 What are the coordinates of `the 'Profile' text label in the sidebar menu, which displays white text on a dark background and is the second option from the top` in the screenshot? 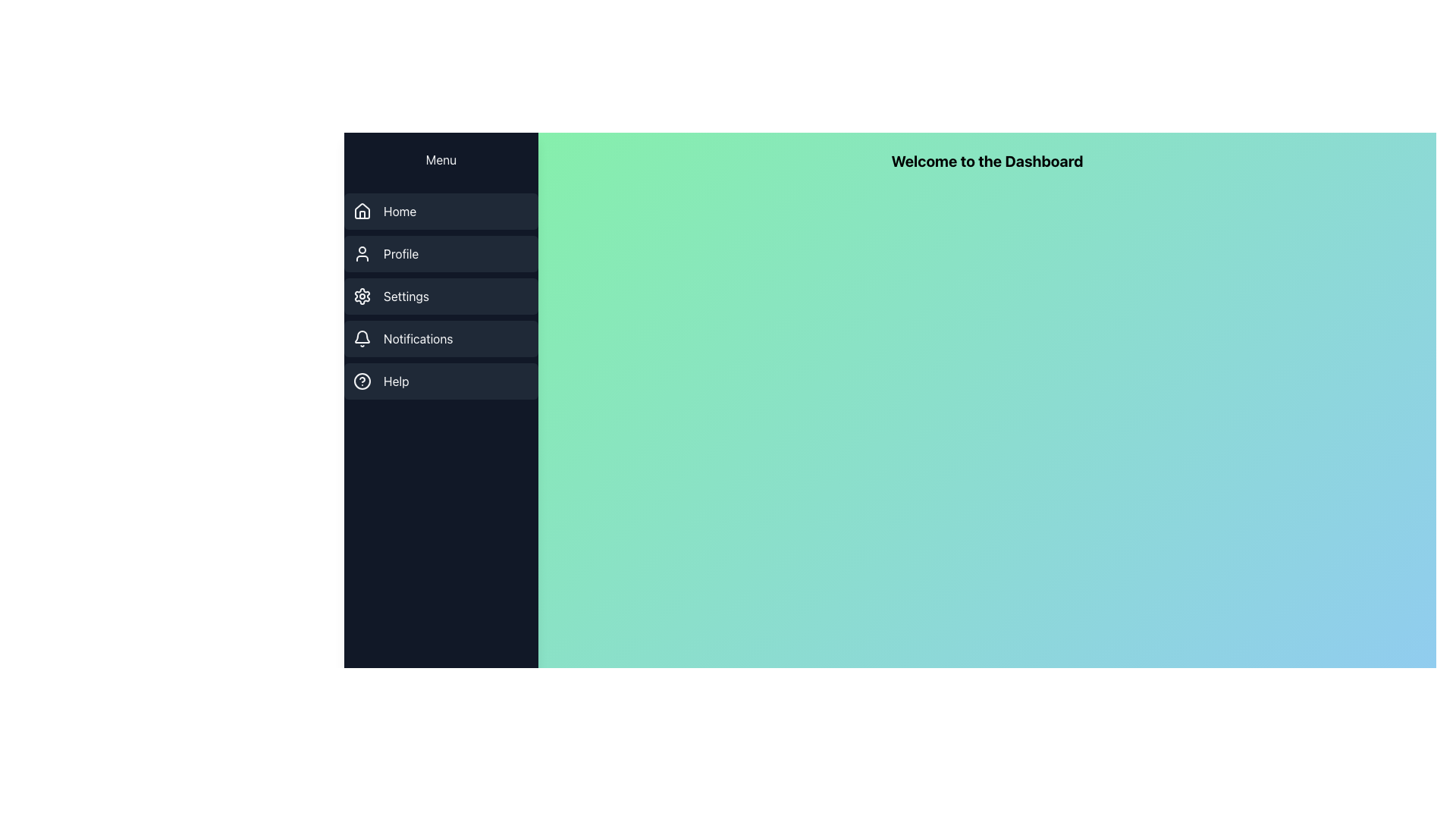 It's located at (401, 253).